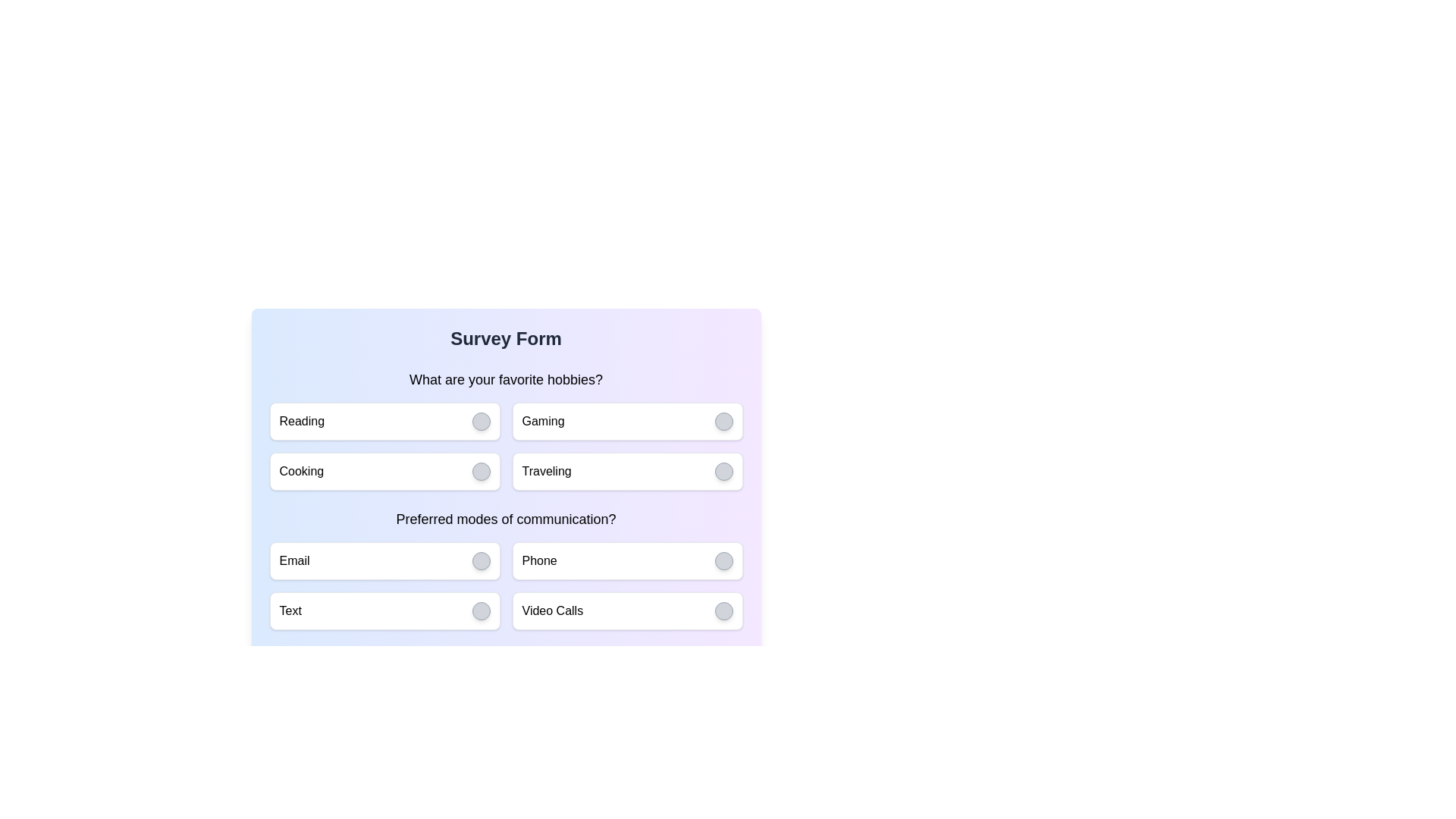 The width and height of the screenshot is (1456, 819). Describe the element at coordinates (551, 610) in the screenshot. I see `the static text label indicating the option 'Video Calls', which is located in the bottom-right section of the form under the heading 'Preferred modes of communication?' and is immediately to the left of a radio button` at that location.